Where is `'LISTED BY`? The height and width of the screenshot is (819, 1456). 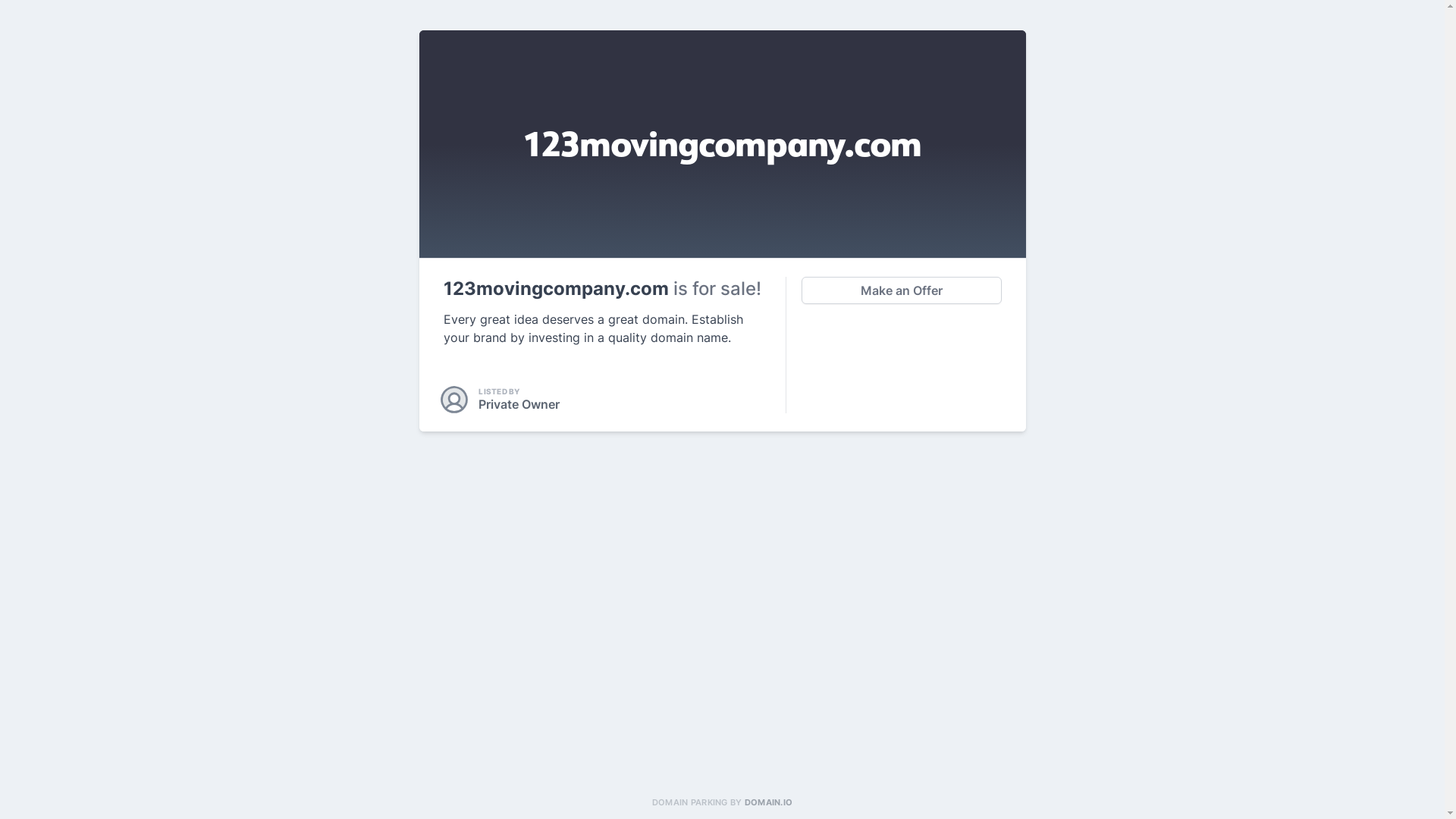
'LISTED BY is located at coordinates (442, 399).